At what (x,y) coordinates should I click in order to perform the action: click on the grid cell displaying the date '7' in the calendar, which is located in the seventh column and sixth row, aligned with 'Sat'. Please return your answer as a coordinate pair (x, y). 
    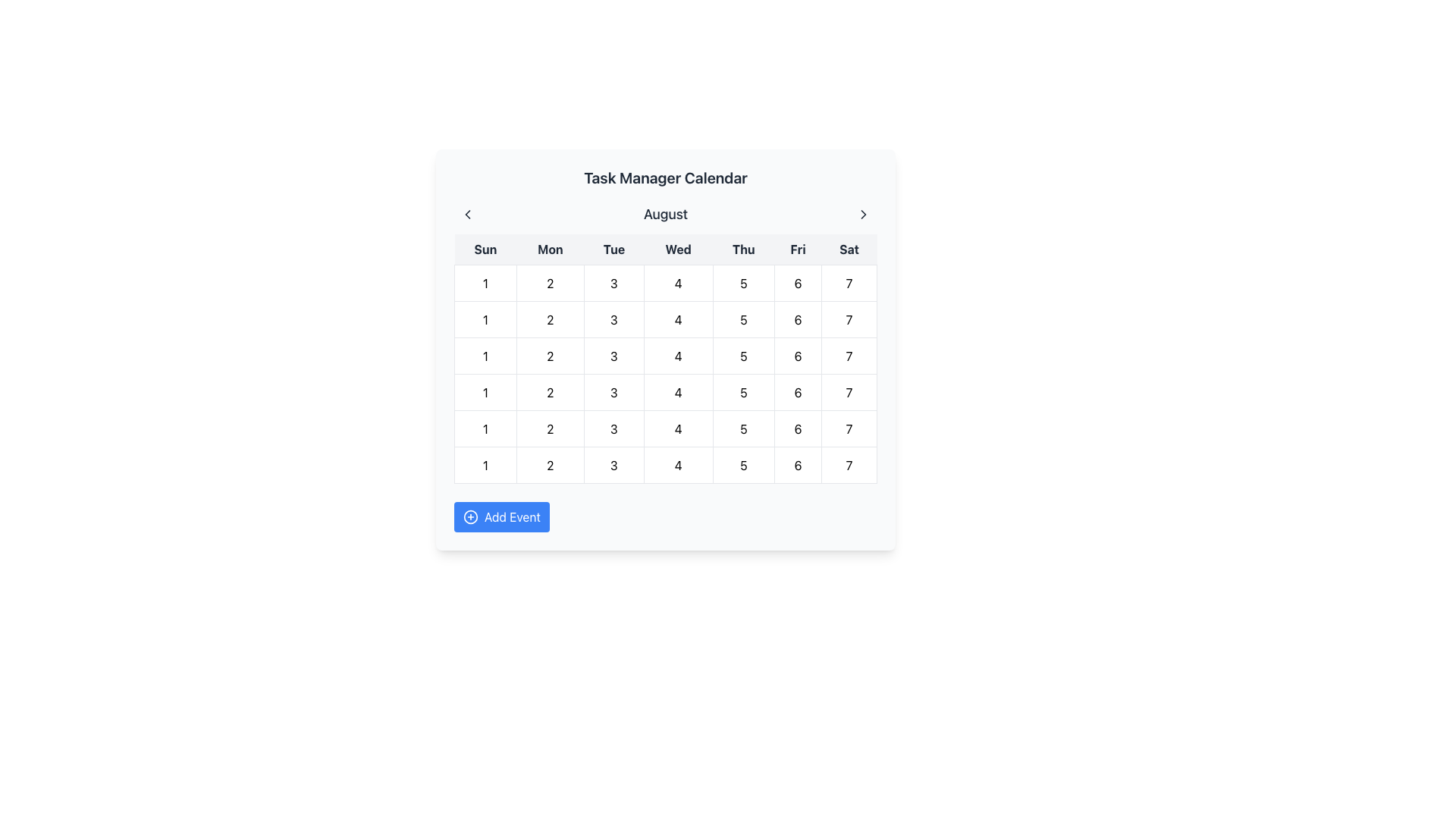
    Looking at the image, I should click on (849, 464).